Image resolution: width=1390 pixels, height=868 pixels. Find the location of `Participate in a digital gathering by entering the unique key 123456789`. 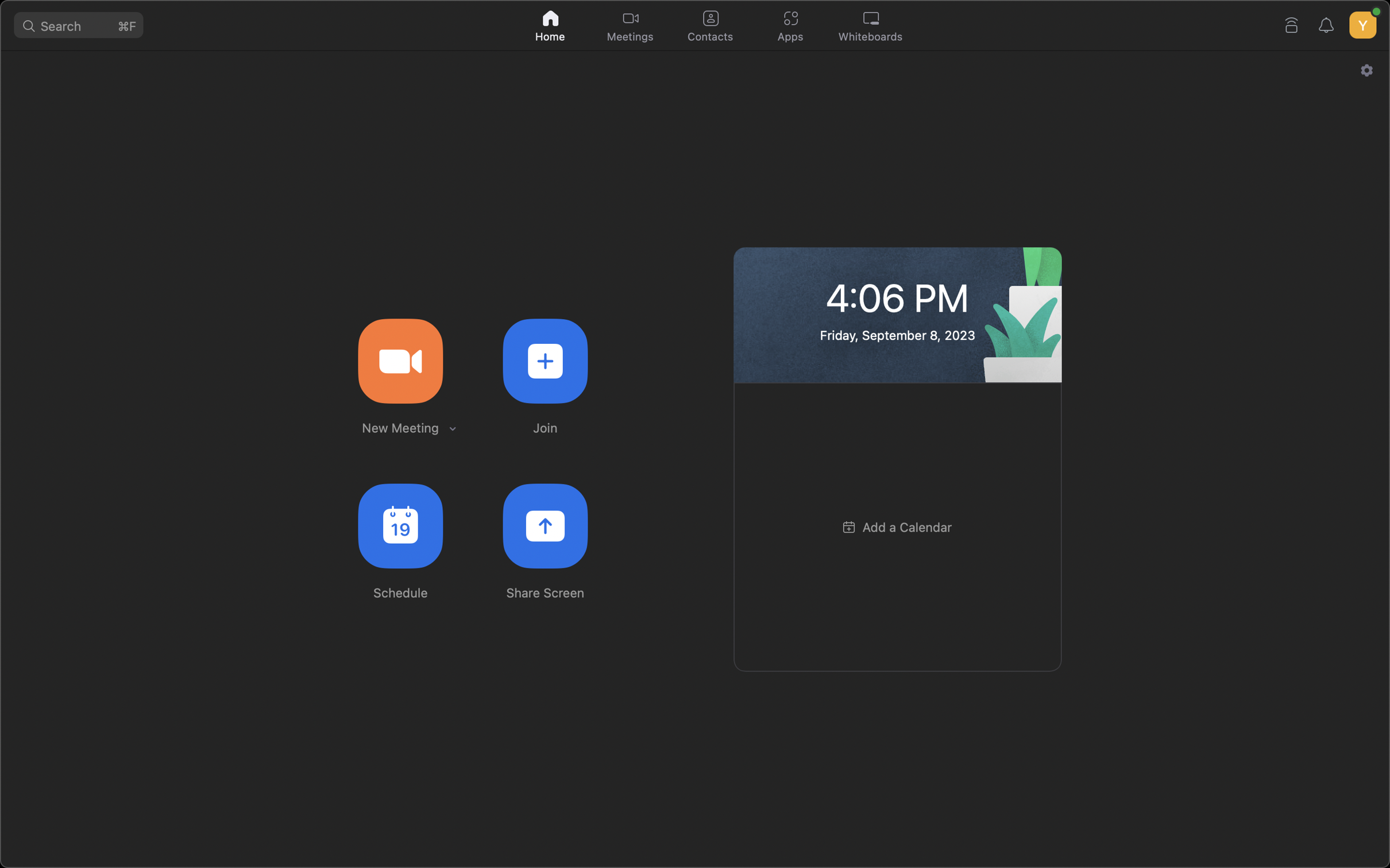

Participate in a digital gathering by entering the unique key 123456789 is located at coordinates (545, 359).